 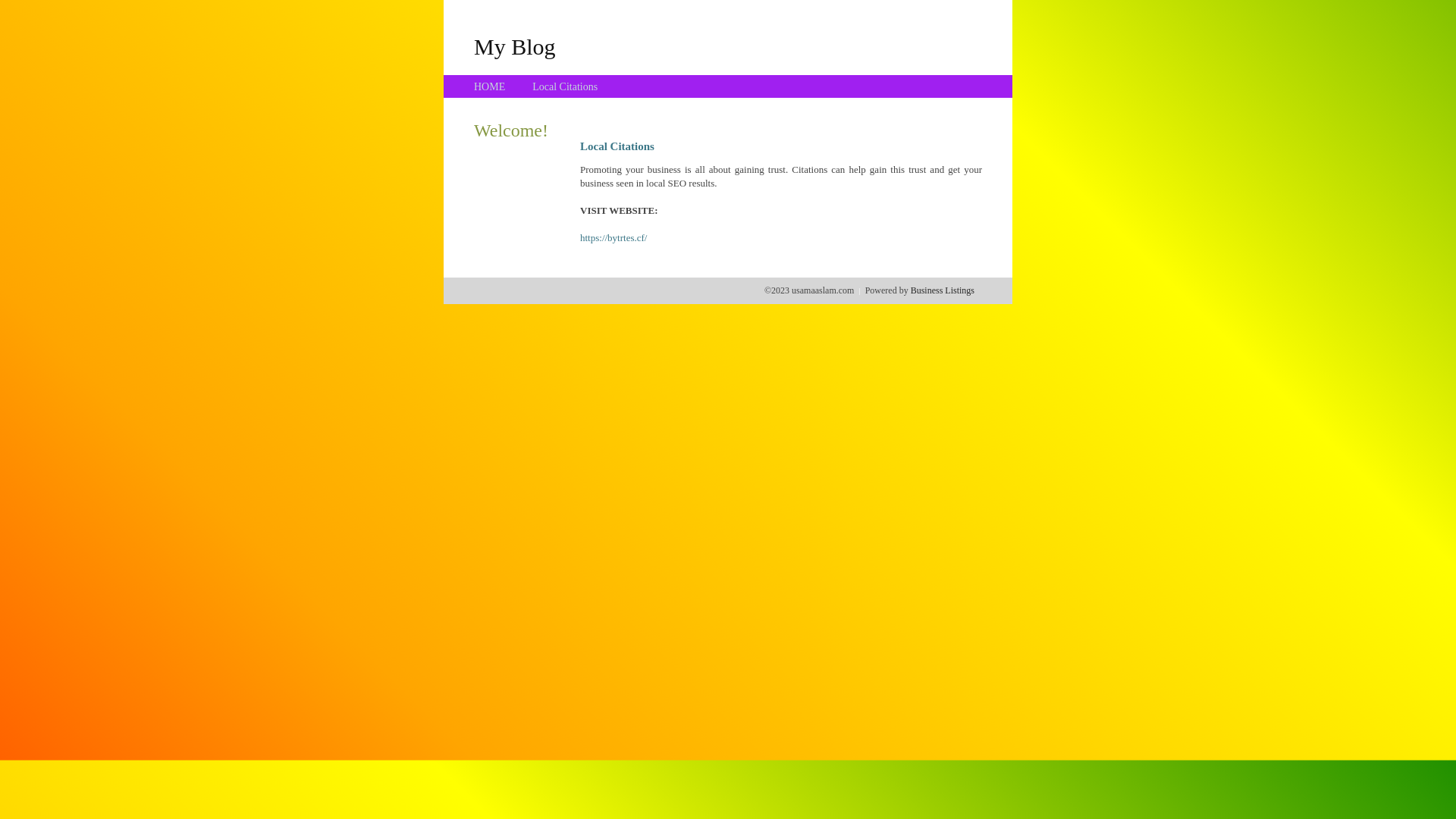 I want to click on 'Local Citations', so click(x=563, y=86).